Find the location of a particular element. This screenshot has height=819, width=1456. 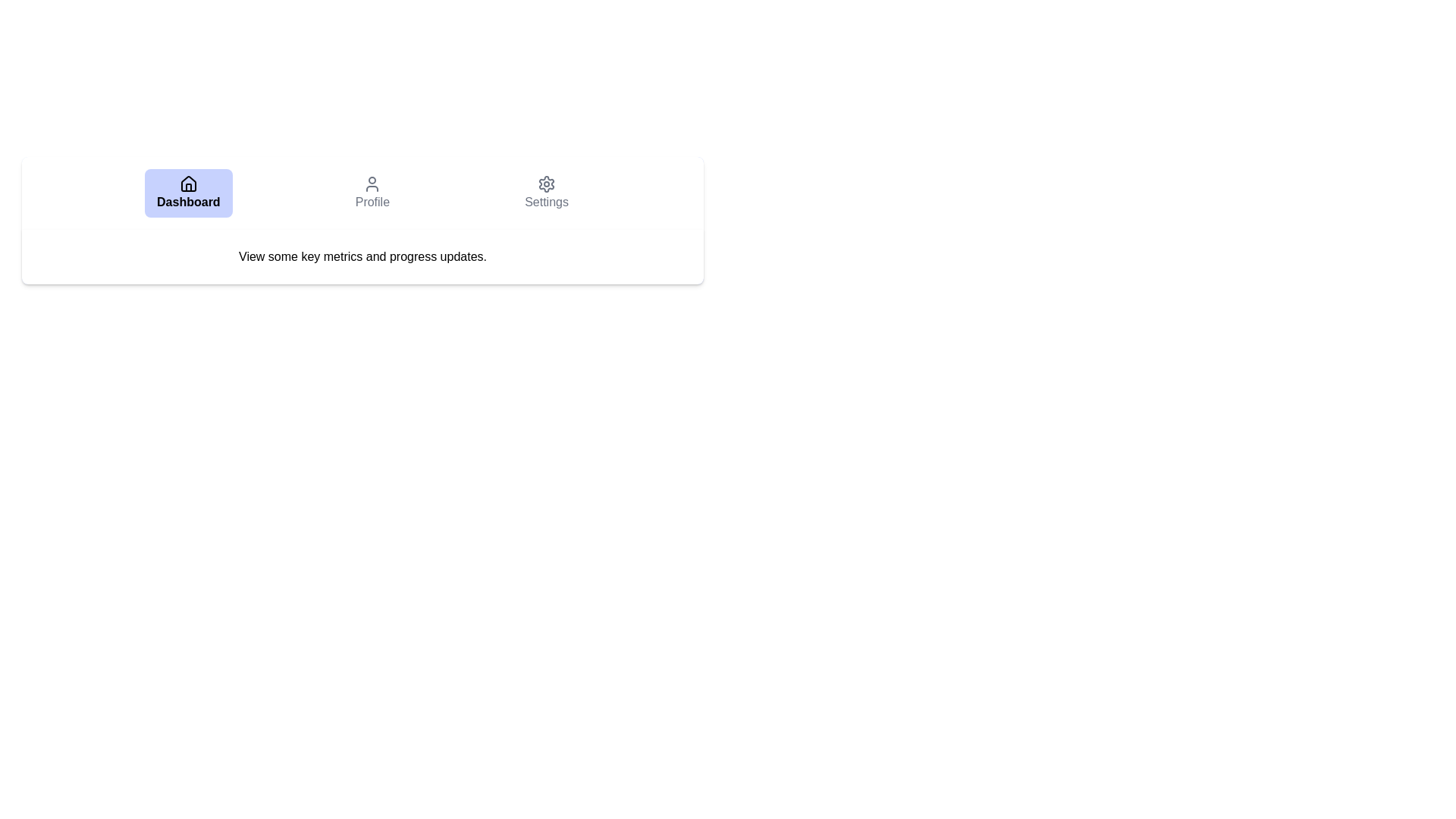

the Profile tab by clicking on its button is located at coordinates (372, 192).